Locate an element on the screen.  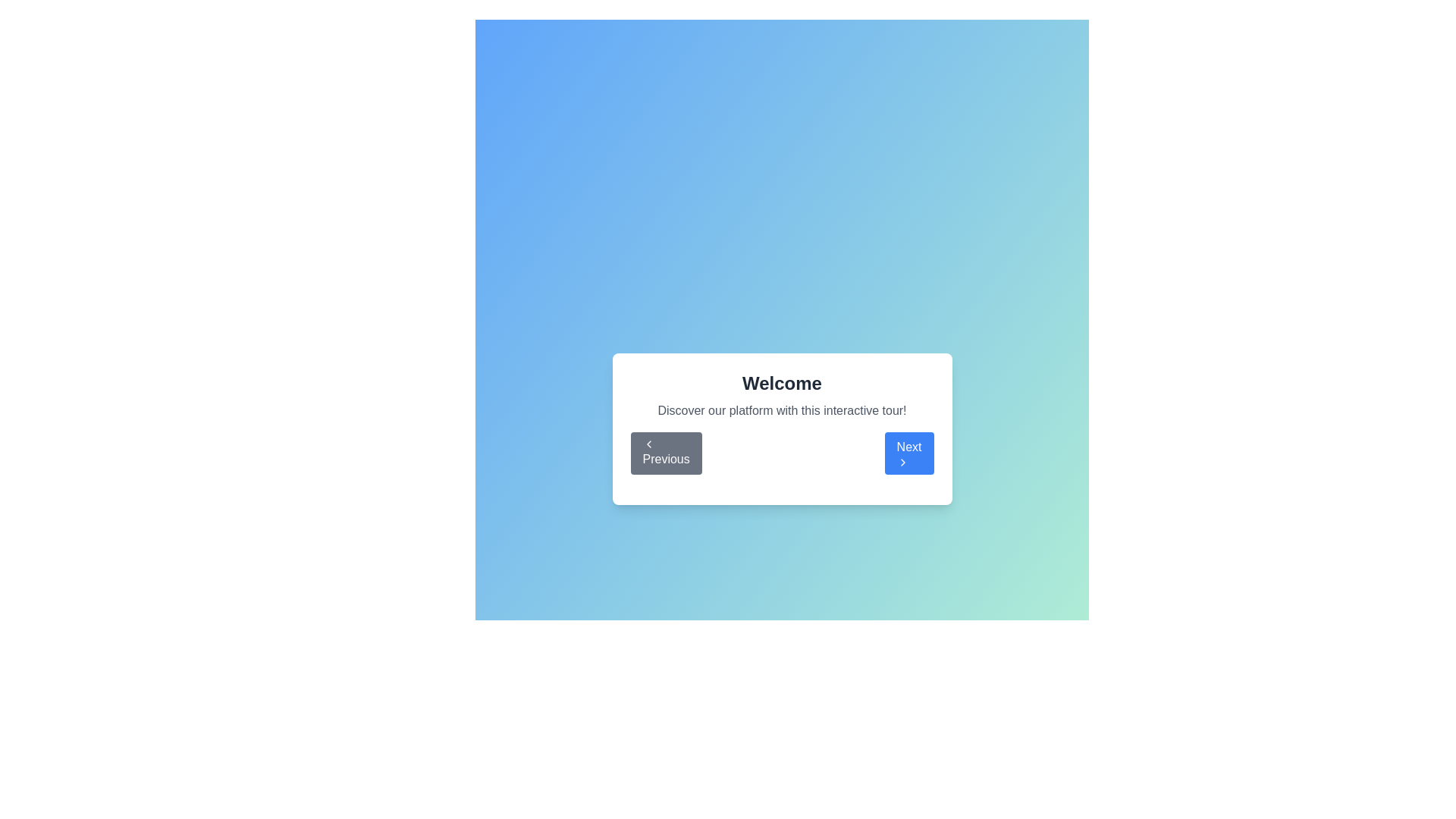
the bold 'Welcome' text label, which is prominently displayed at the top of the small pop-up interface is located at coordinates (782, 382).